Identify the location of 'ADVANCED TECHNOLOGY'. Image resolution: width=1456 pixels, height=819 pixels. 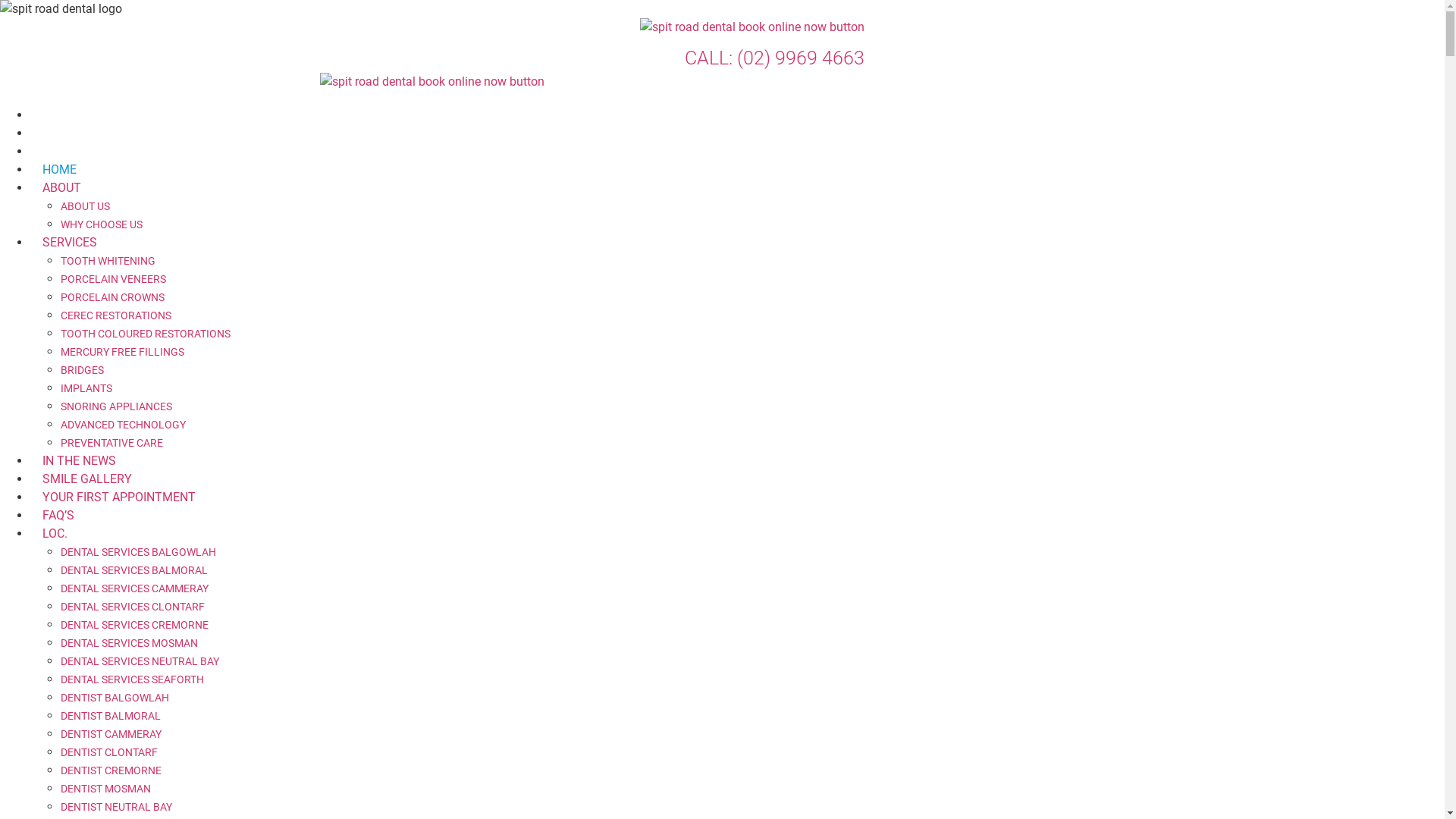
(123, 424).